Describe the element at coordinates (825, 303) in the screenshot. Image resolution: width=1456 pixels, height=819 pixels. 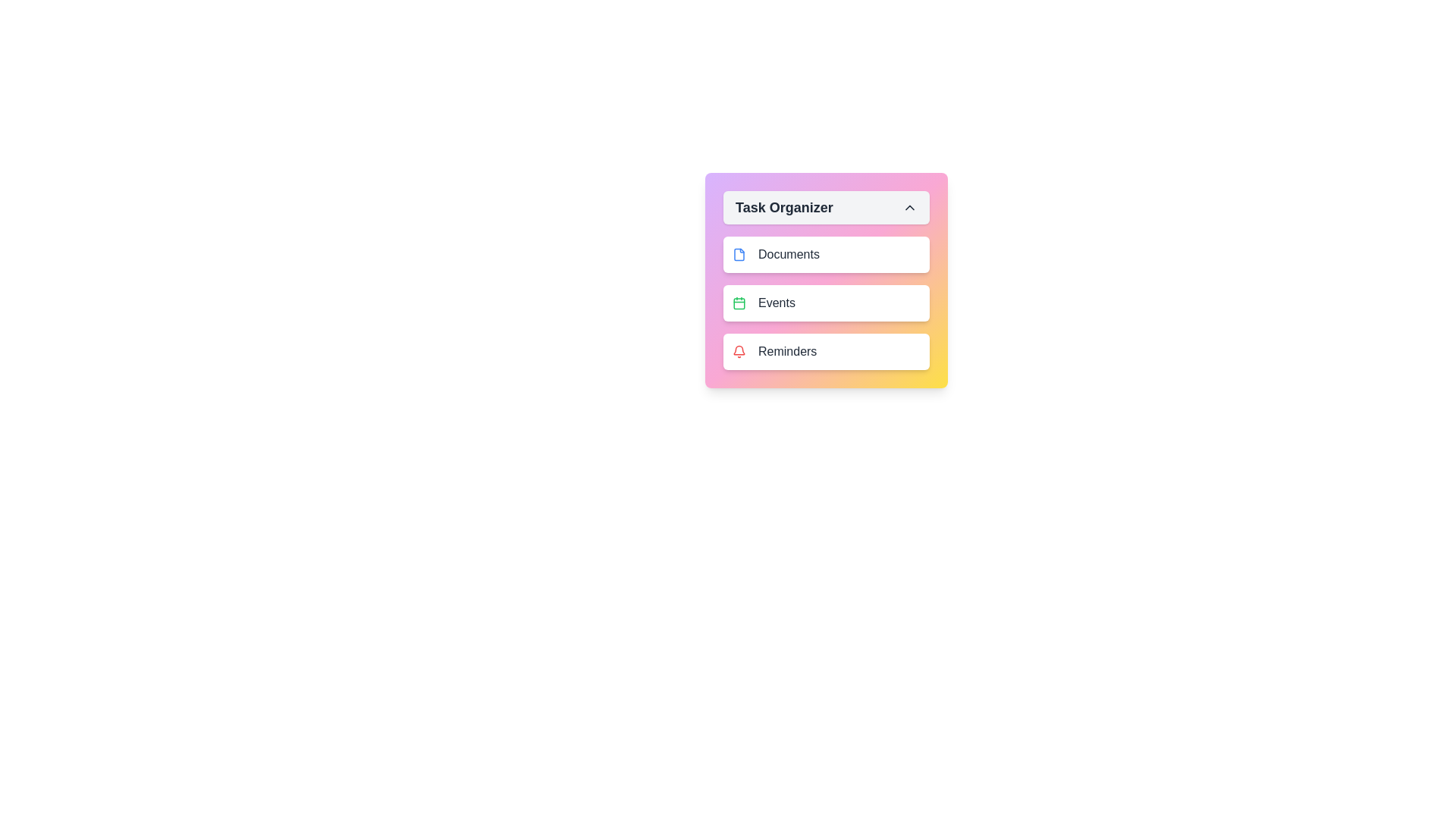
I see `the task item Events` at that location.